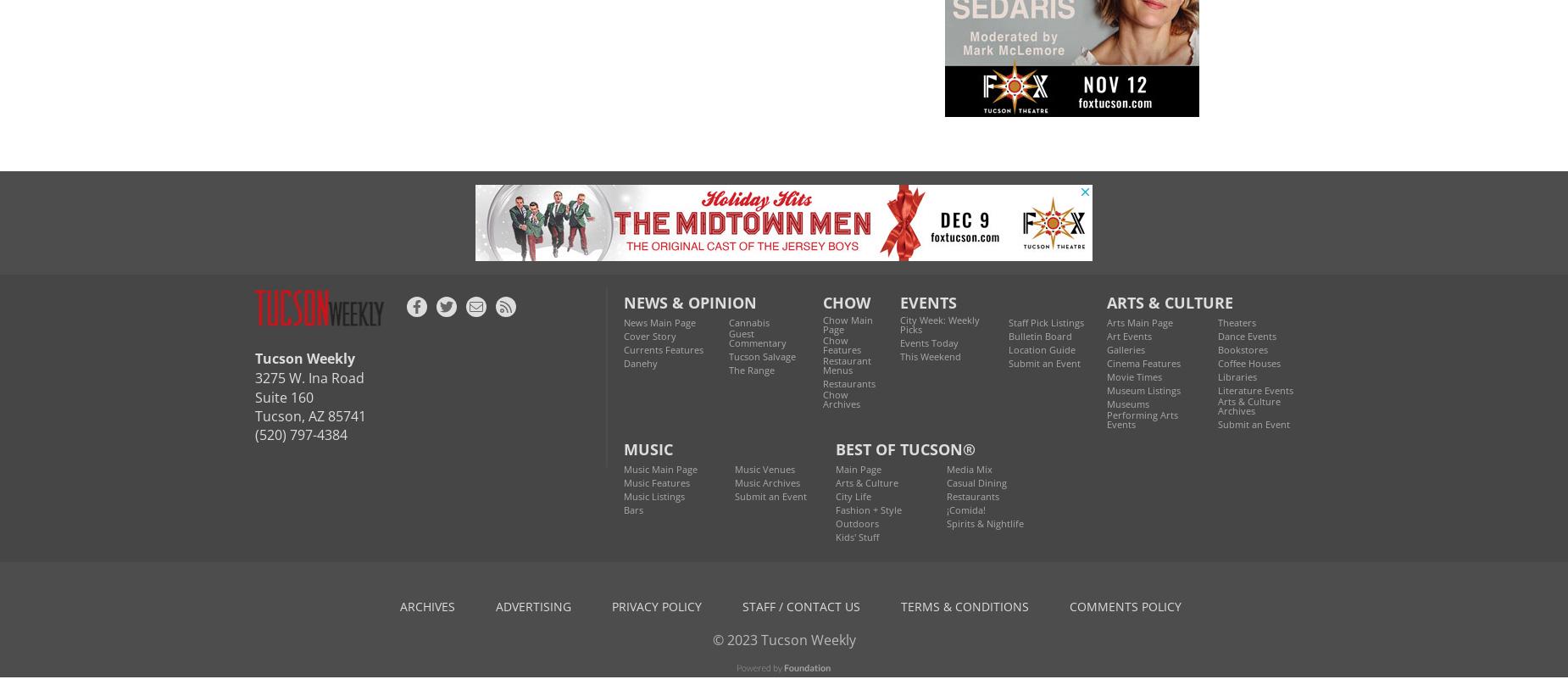 The image size is (1568, 696). I want to click on 'Chow', so click(846, 301).